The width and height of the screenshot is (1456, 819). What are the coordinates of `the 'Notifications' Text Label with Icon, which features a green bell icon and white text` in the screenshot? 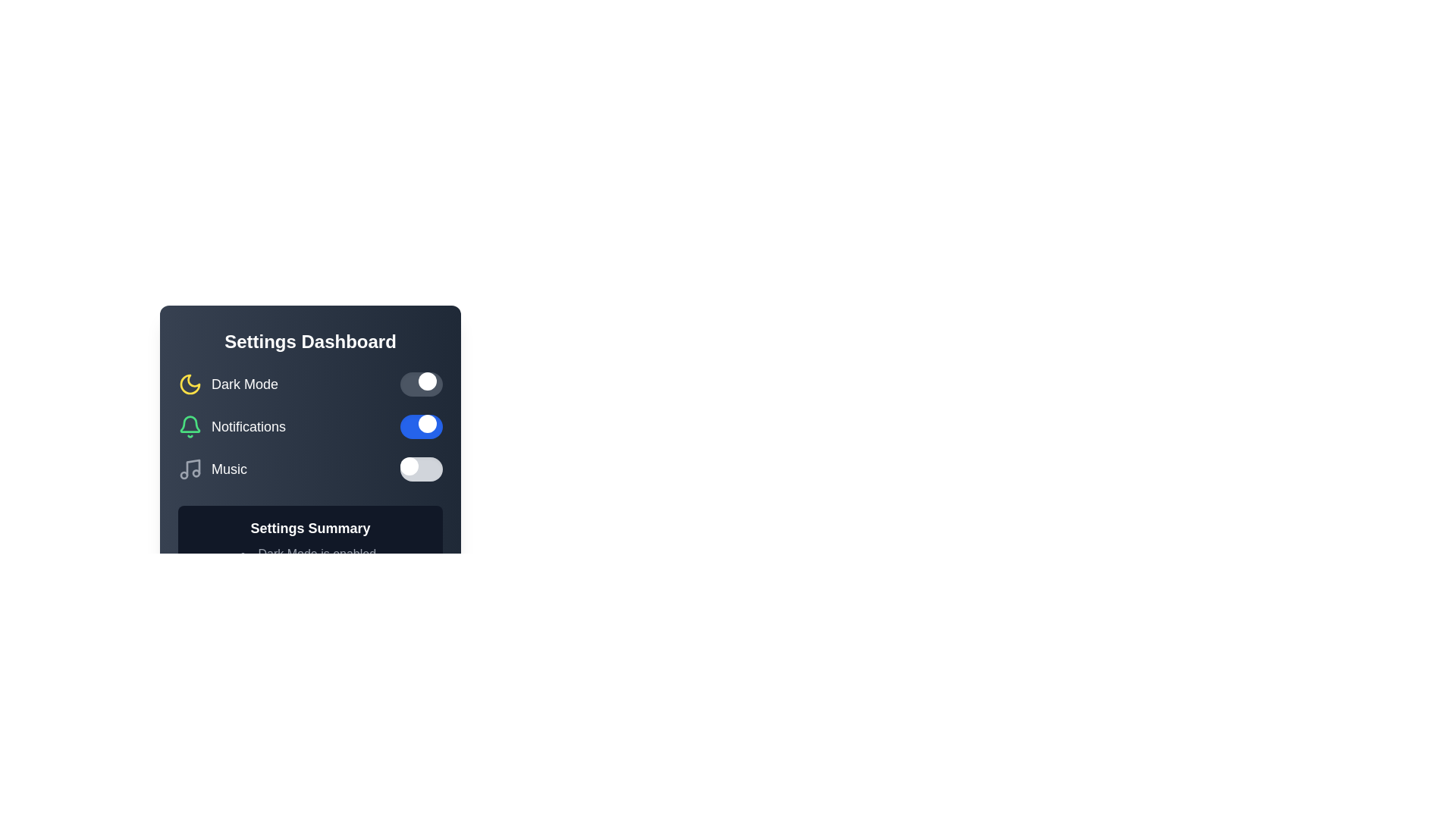 It's located at (231, 427).